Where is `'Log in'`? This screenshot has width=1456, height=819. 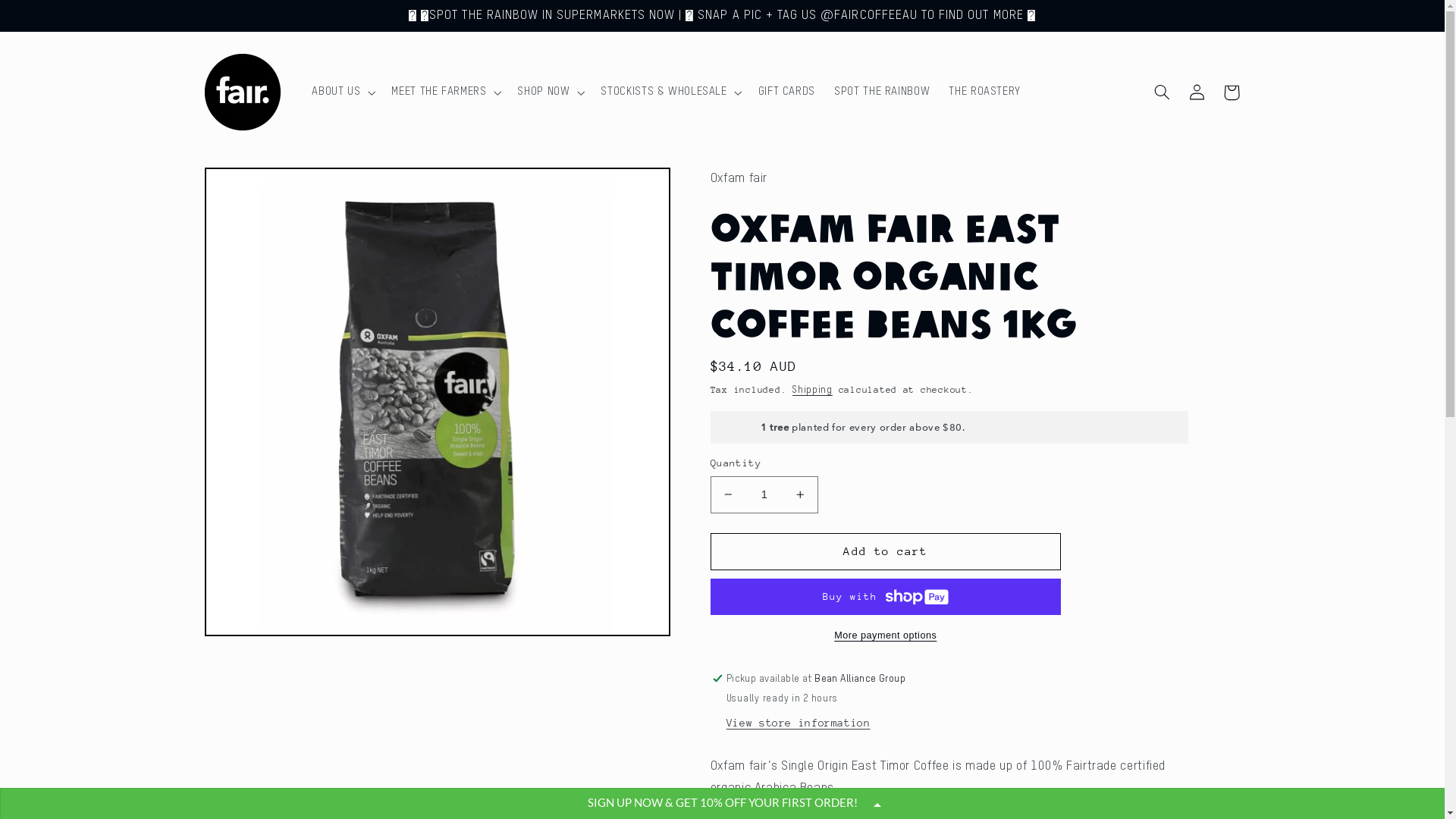 'Log in' is located at coordinates (1196, 93).